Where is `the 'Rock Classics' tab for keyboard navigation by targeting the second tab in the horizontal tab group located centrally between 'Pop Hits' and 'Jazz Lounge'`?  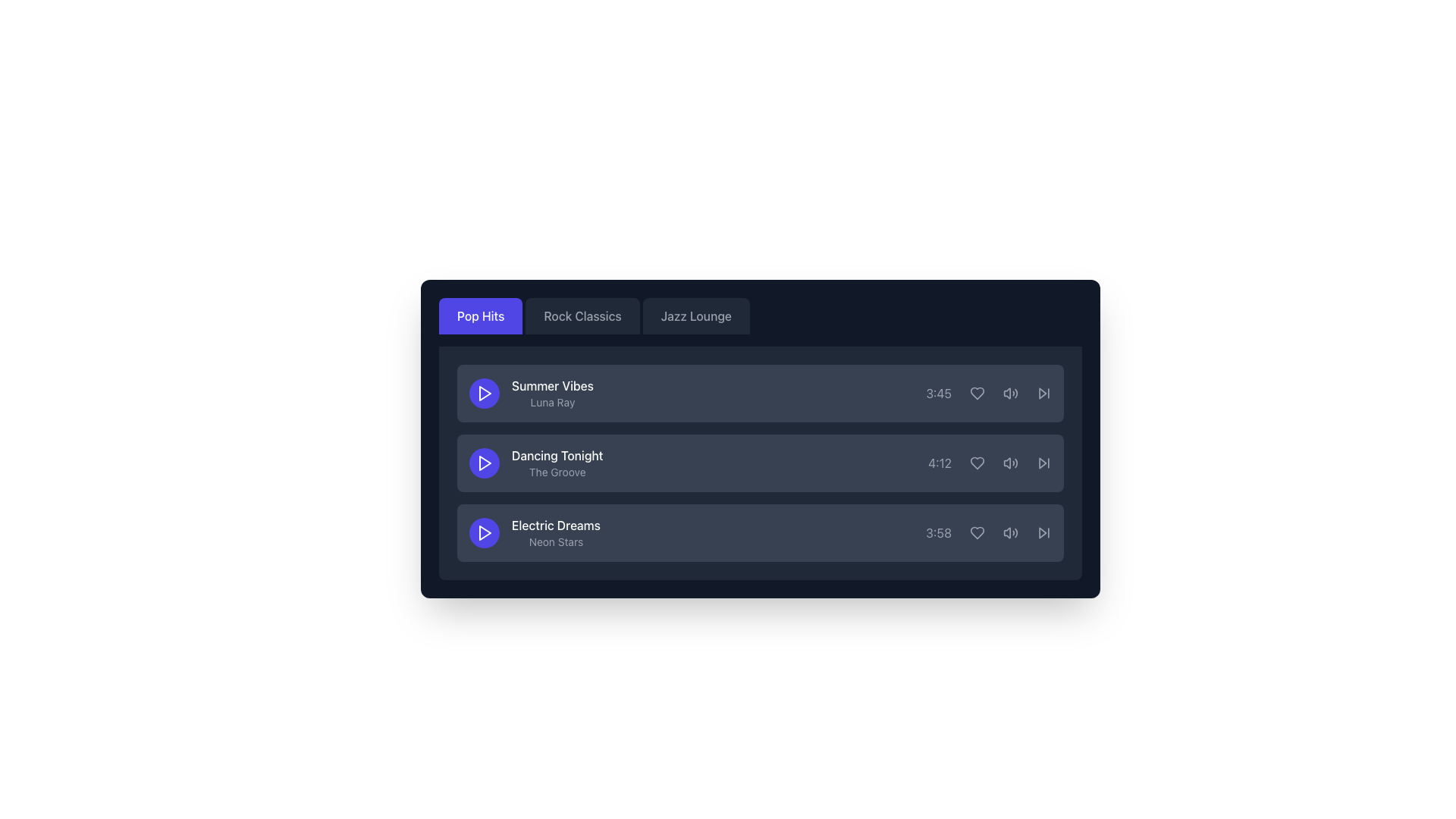
the 'Rock Classics' tab for keyboard navigation by targeting the second tab in the horizontal tab group located centrally between 'Pop Hits' and 'Jazz Lounge' is located at coordinates (582, 315).